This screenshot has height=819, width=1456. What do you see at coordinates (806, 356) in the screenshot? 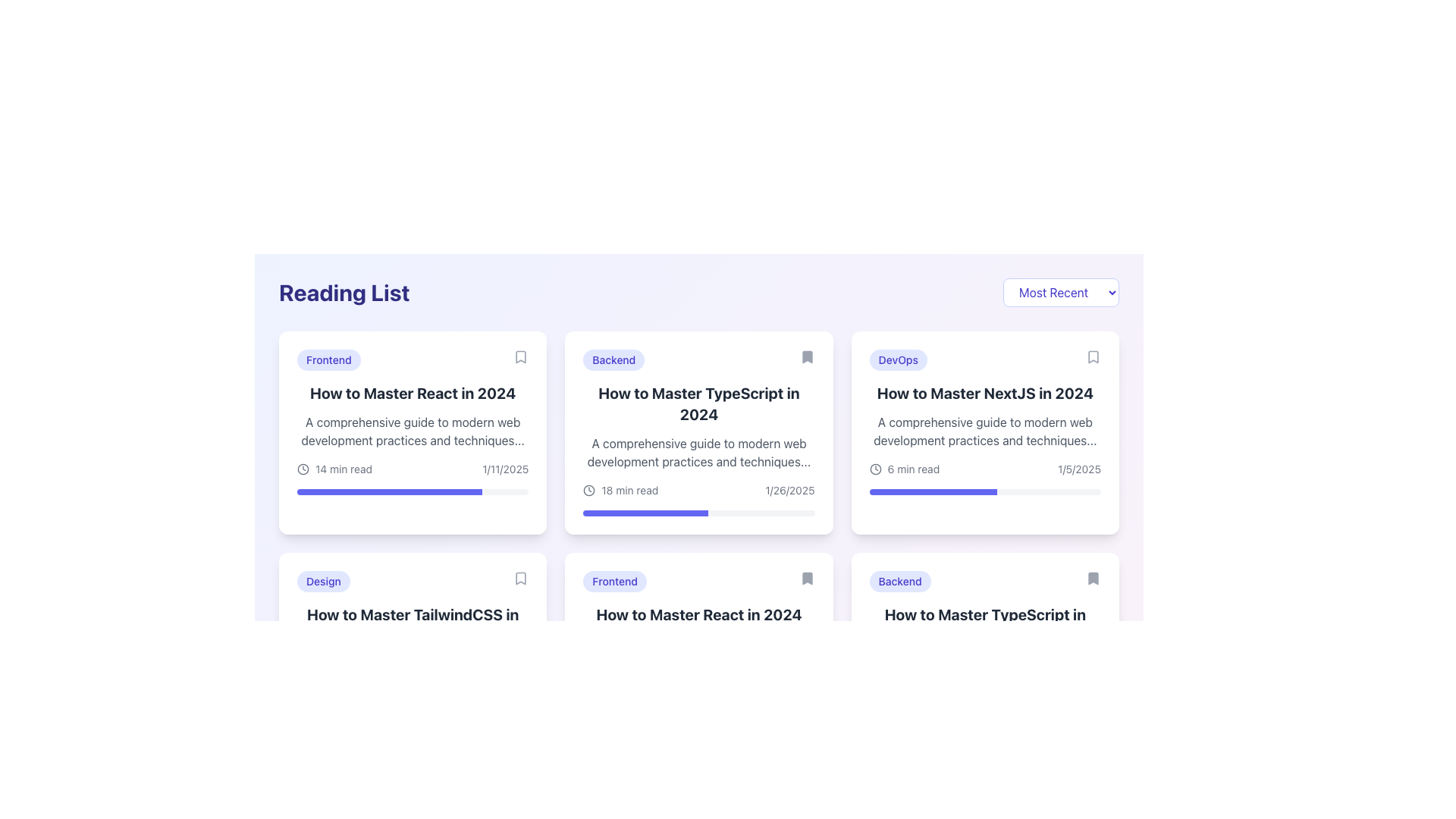
I see `the gray bookmark-shaped icon in the top right corner of the 'Backend' card` at bounding box center [806, 356].